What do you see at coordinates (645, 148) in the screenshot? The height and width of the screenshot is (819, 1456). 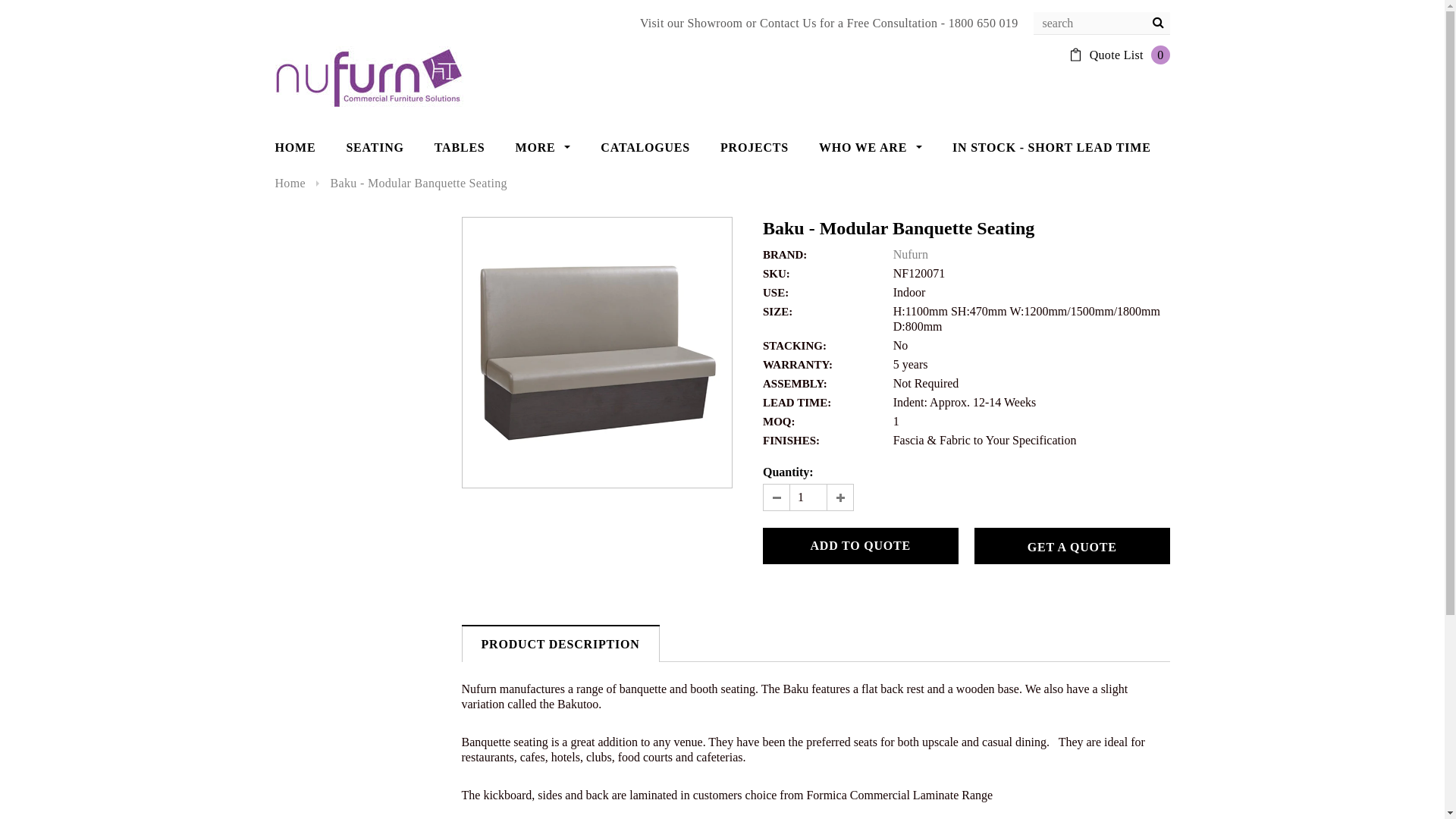 I see `'CATALOGUES'` at bounding box center [645, 148].